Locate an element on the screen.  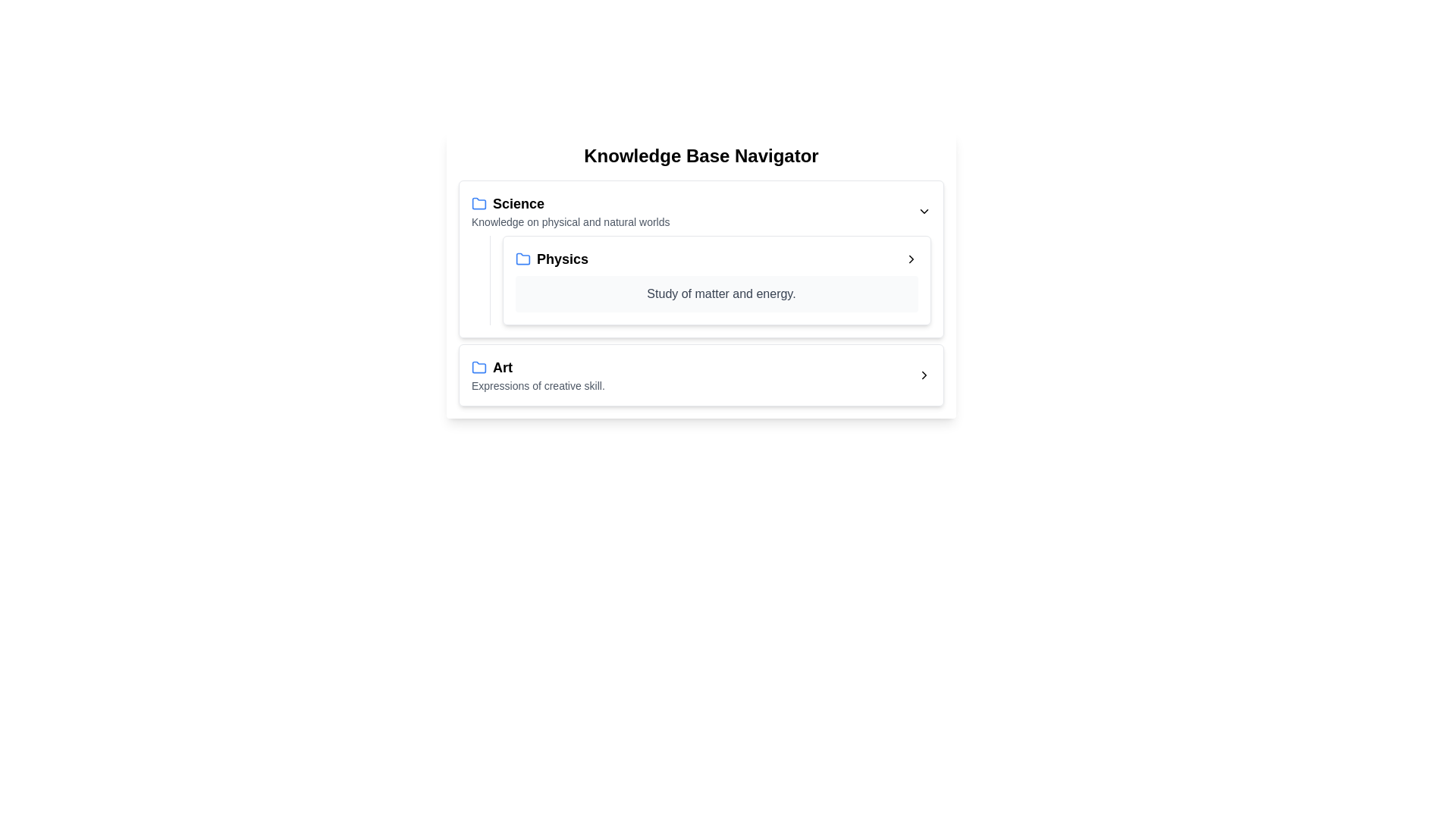
the selectable list item for 'Physics' located centrally under the 'Science' category in the Knowledge Base Navigator is located at coordinates (716, 259).